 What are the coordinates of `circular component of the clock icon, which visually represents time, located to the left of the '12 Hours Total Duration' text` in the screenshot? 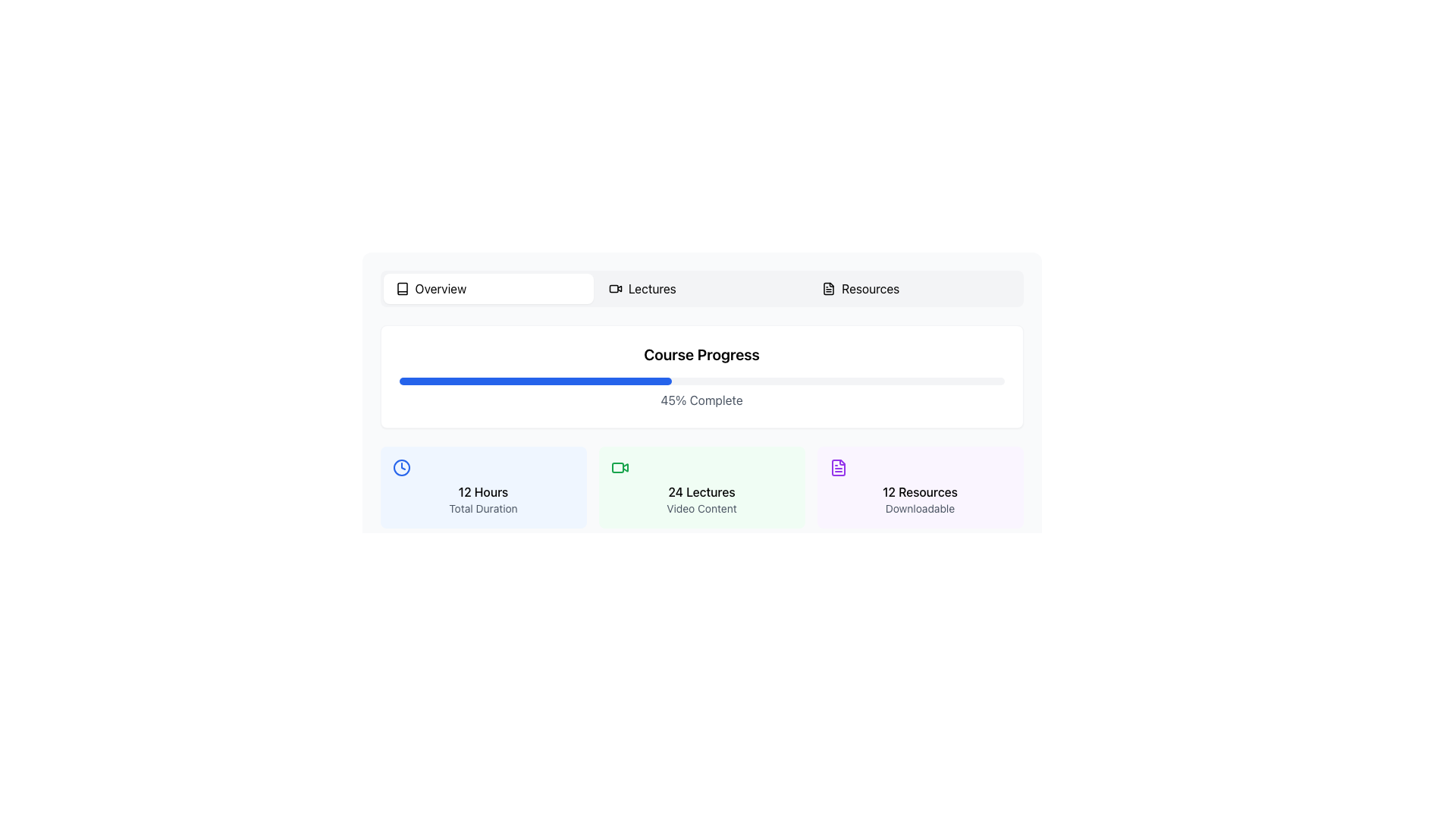 It's located at (401, 467).